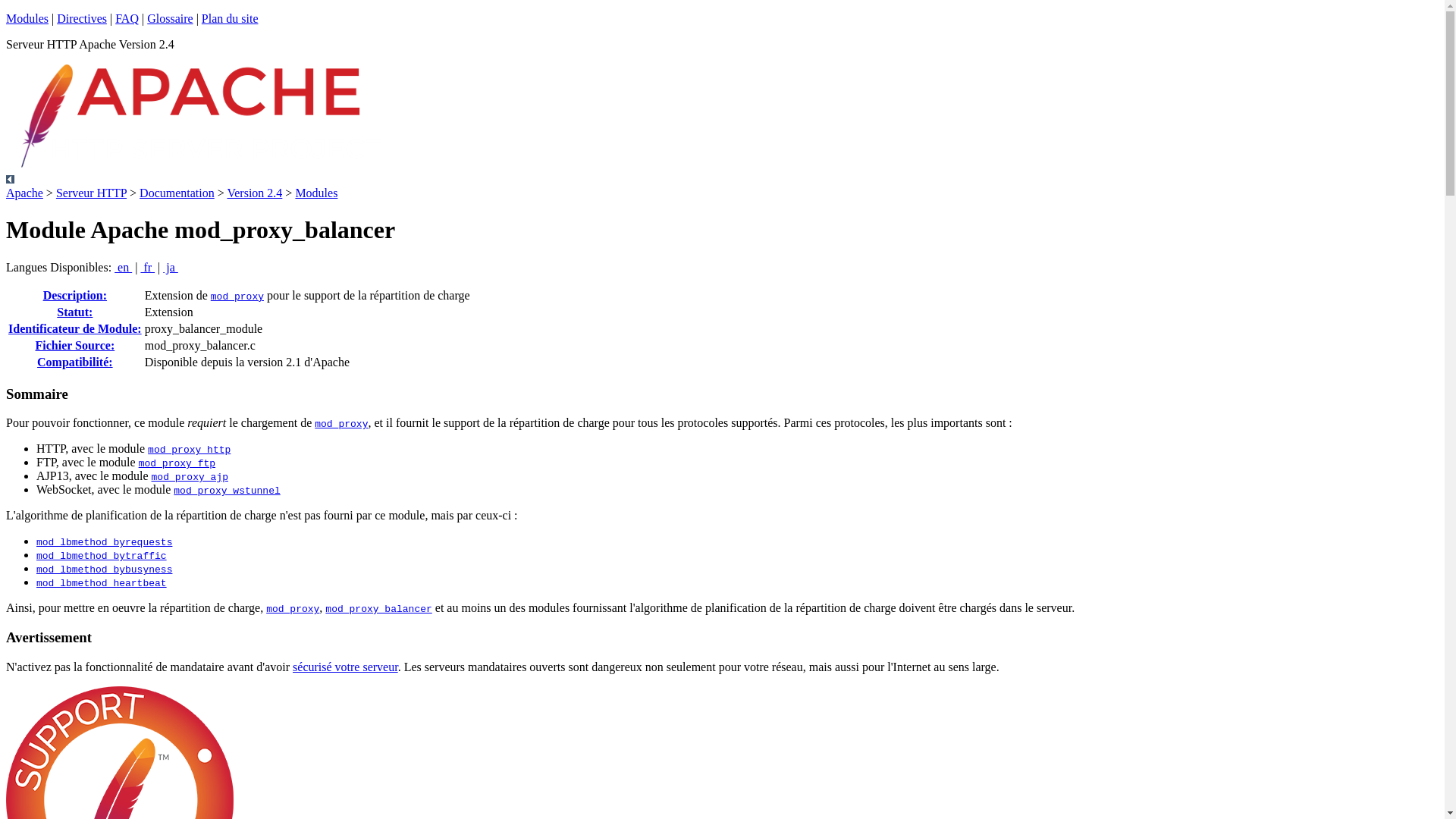 The image size is (1456, 819). Describe the element at coordinates (254, 192) in the screenshot. I see `'Version 2.4'` at that location.